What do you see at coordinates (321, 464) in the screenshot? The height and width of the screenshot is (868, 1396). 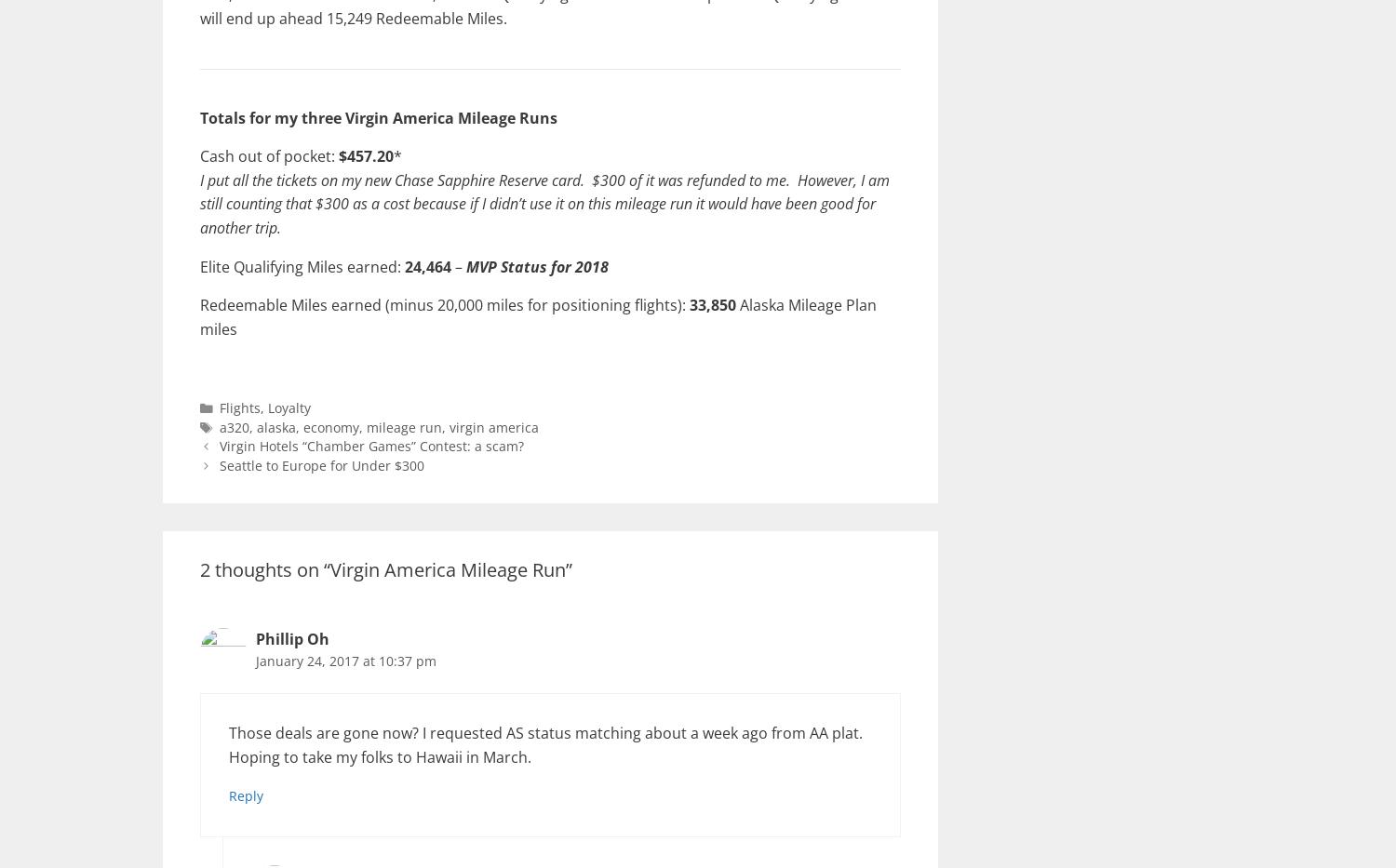 I see `'Seattle to Europe for Under $300'` at bounding box center [321, 464].